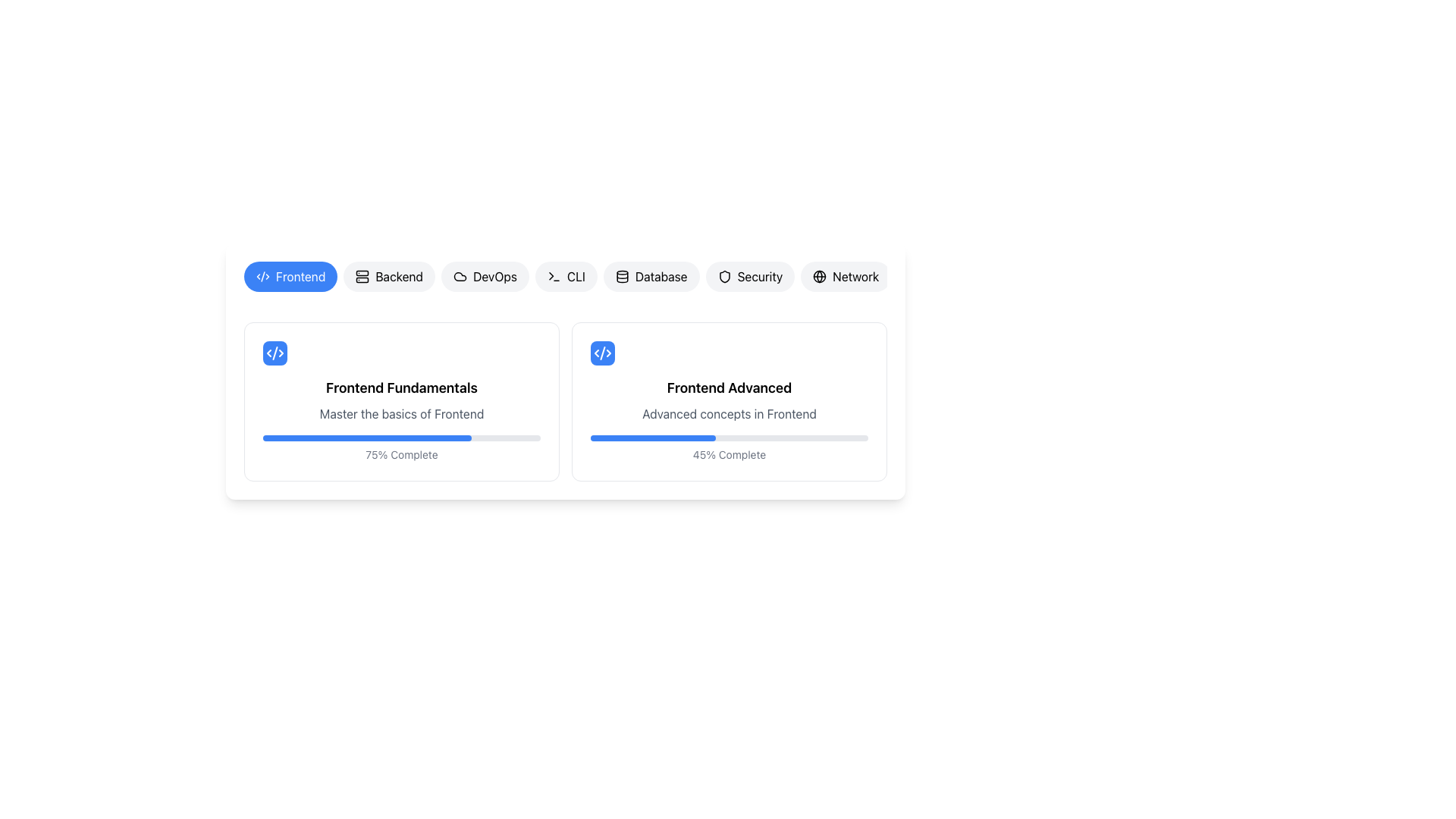  I want to click on the static text label located beneath the bold title 'Frontend Advanced' in the second card of the section, so click(729, 414).